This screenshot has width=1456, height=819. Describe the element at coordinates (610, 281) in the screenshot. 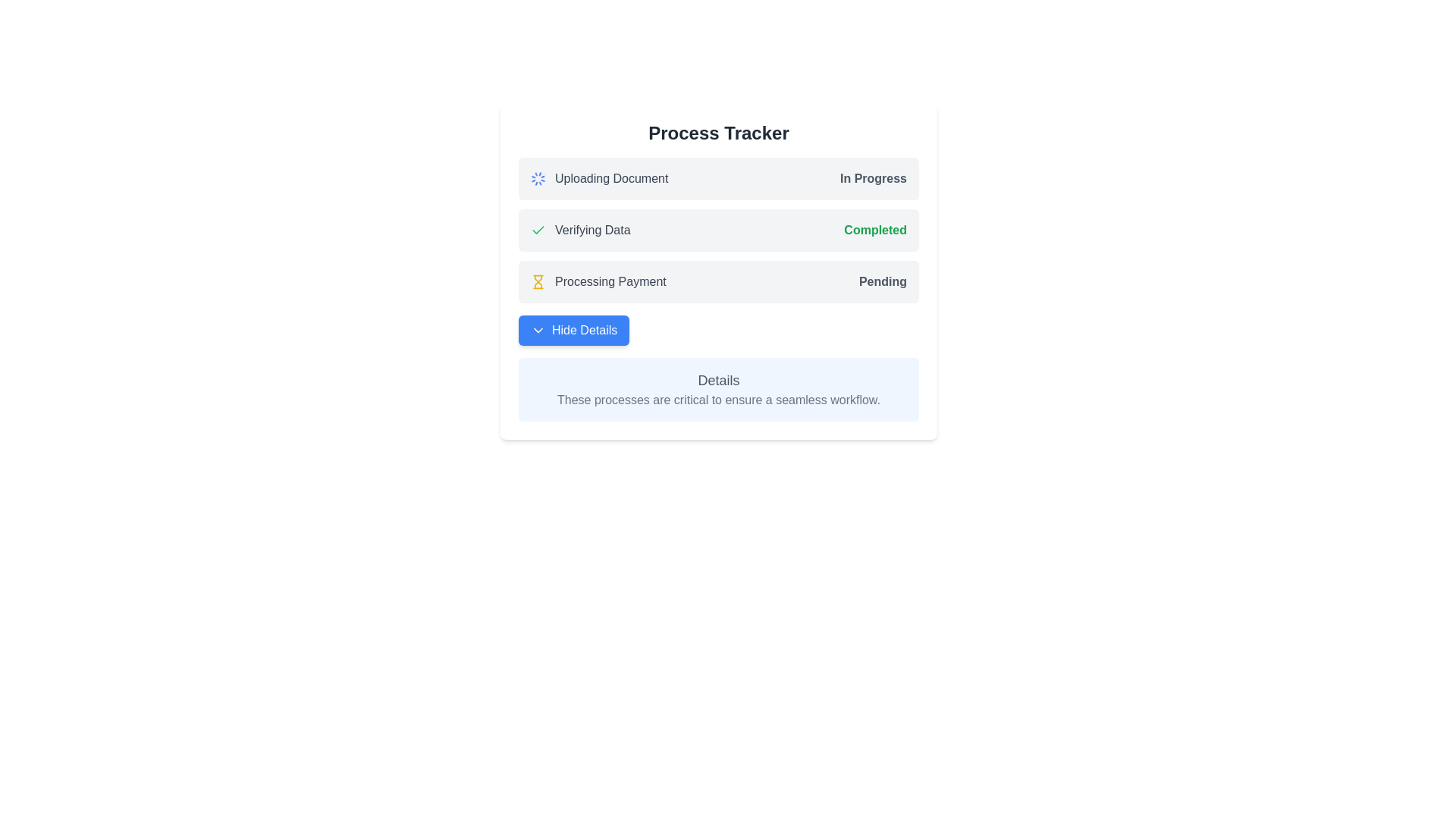

I see `the 'Processing Payment' text label, which is styled in gray color with medium font weight, located in the 'Process Tracker' list as the third entry, below 'Verifying Data' and above 'Pending'` at that location.